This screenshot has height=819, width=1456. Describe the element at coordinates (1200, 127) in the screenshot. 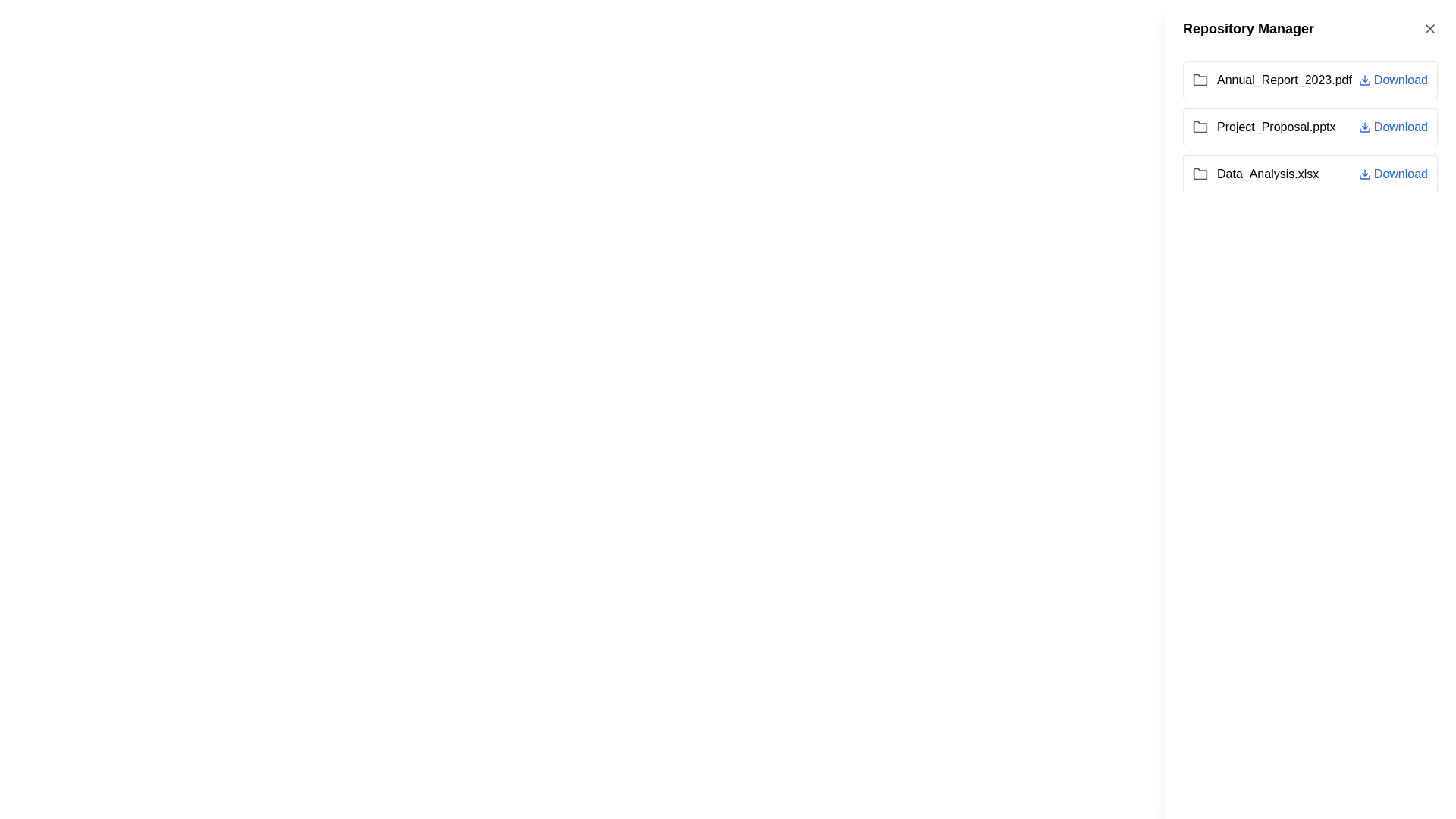

I see `the folder icon representing the file 'Project_Proposal.pptx', which is located on the left side of its corresponding row in the file list` at that location.